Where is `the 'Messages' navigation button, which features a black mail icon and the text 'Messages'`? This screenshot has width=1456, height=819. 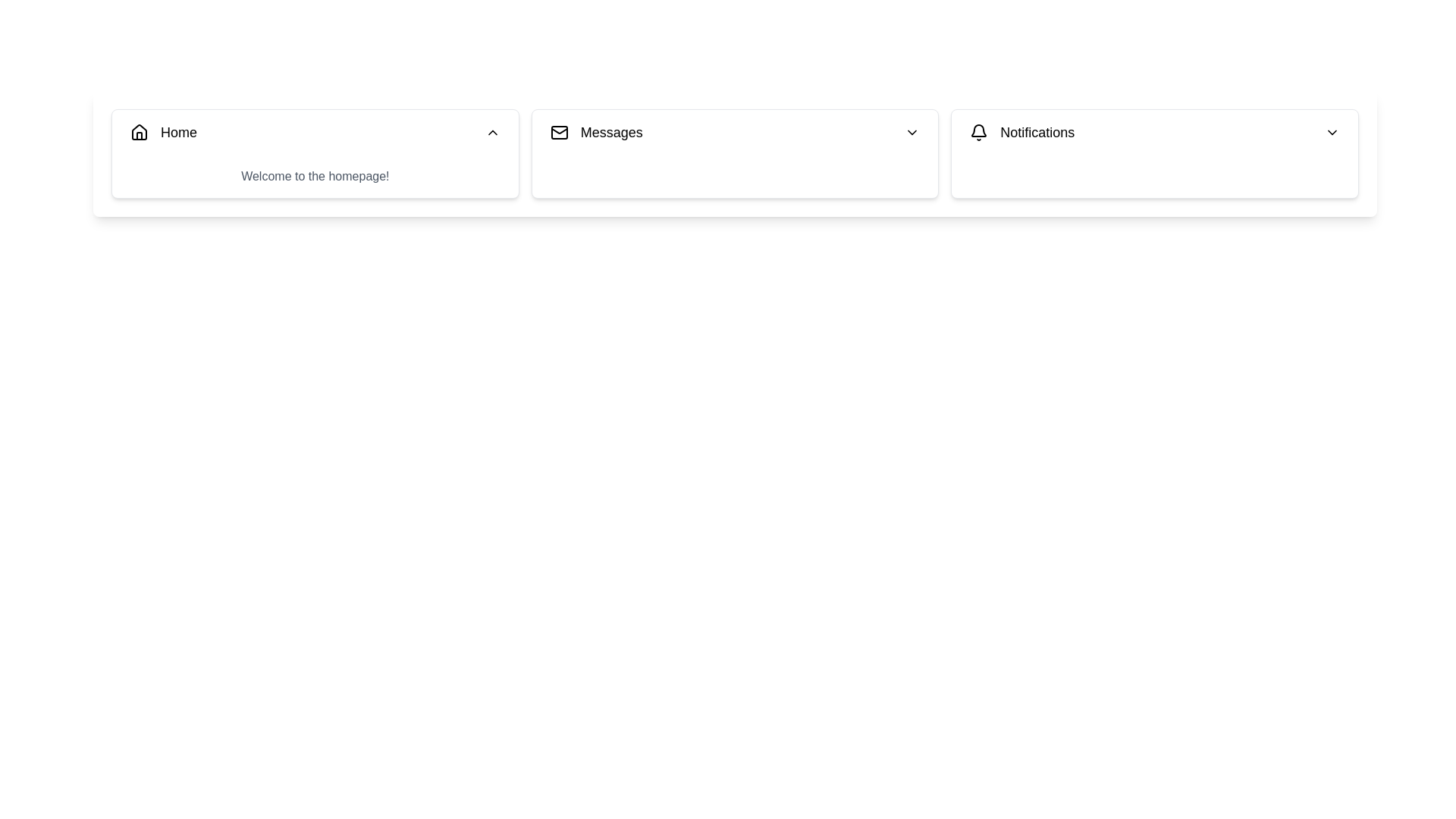 the 'Messages' navigation button, which features a black mail icon and the text 'Messages' is located at coordinates (595, 131).